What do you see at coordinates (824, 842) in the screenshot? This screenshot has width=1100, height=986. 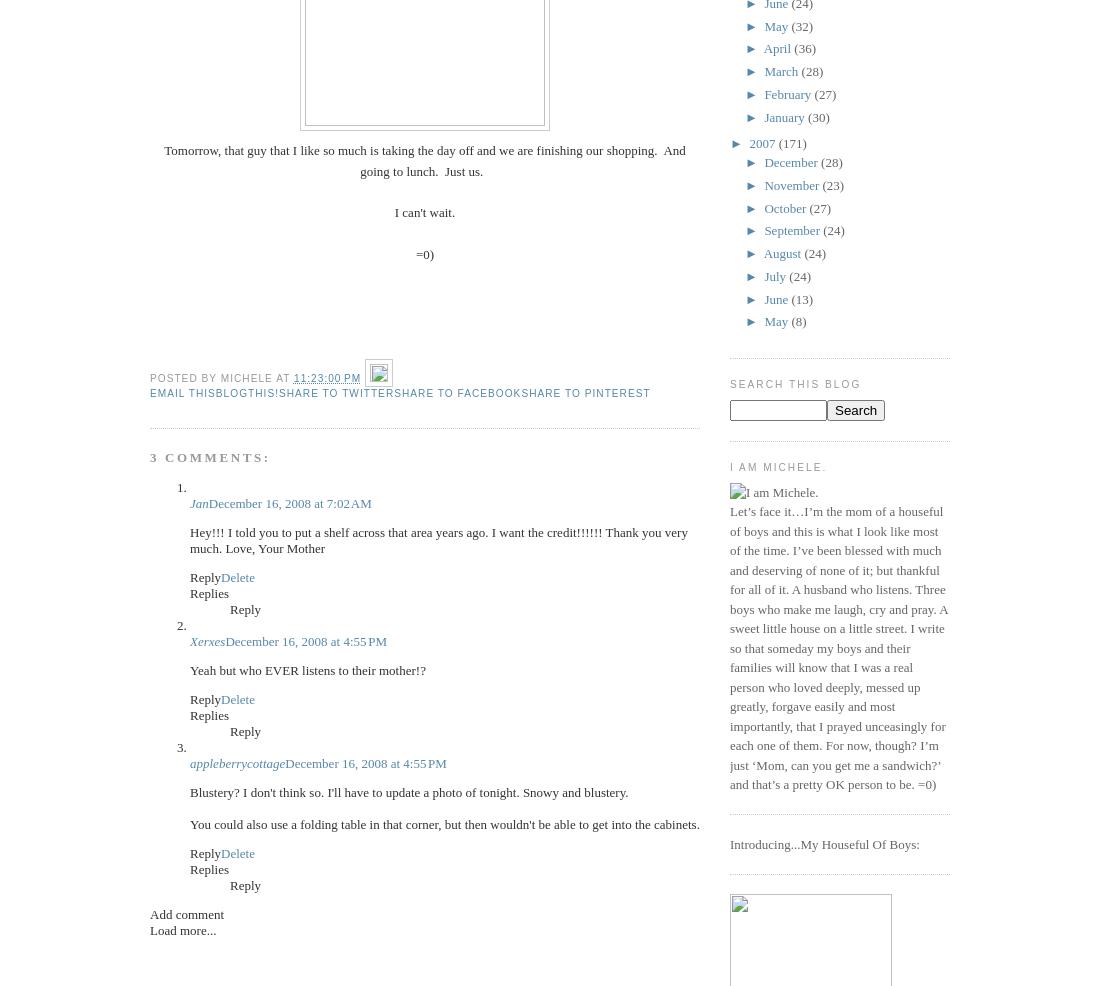 I see `'Introducing...My Houseful Of Boys:'` at bounding box center [824, 842].